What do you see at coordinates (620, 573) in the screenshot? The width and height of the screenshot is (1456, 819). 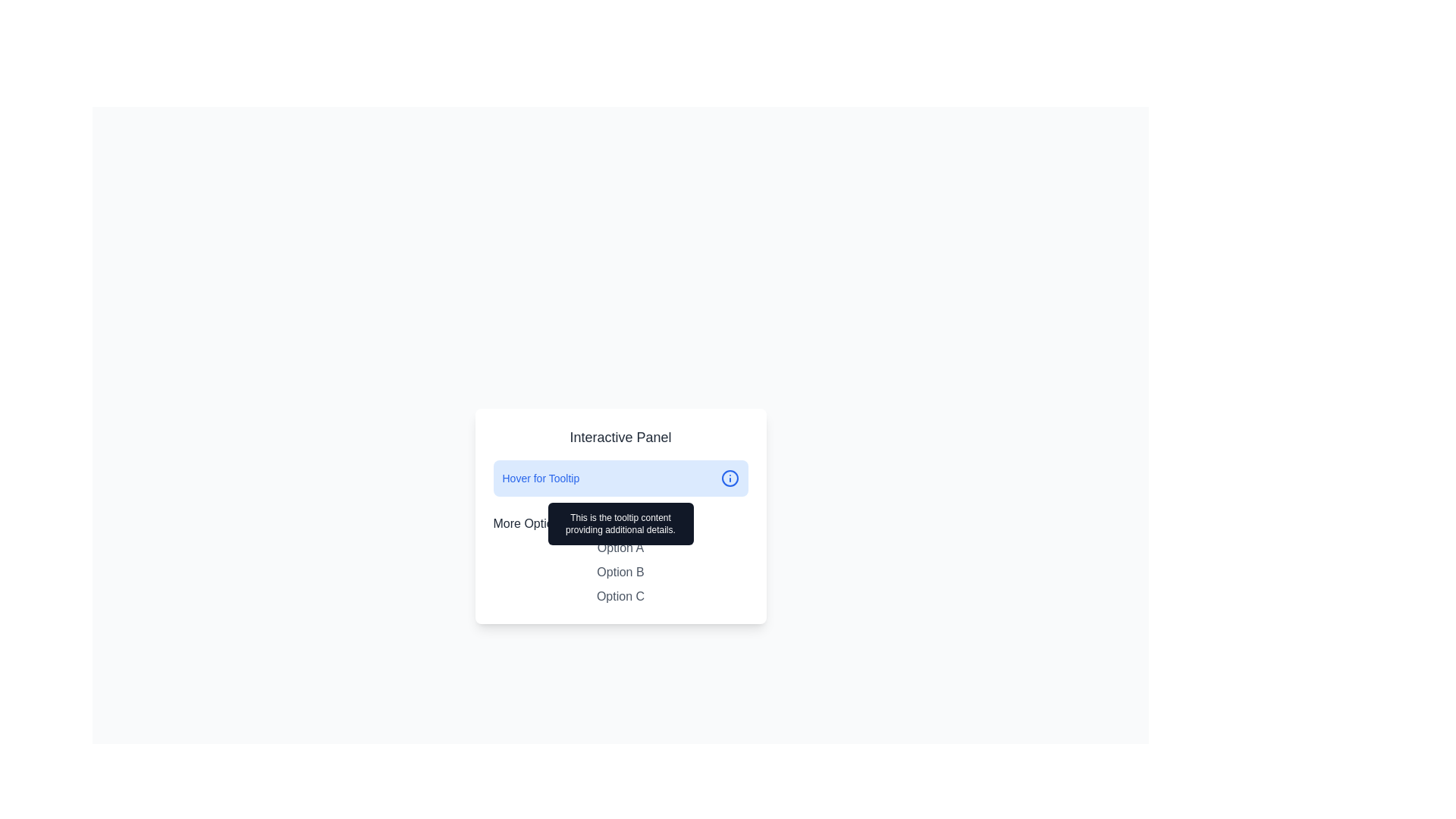 I see `the text group containing the options 'Option A', 'Option B', and 'Option C' that is located below the 'More Options' title` at bounding box center [620, 573].